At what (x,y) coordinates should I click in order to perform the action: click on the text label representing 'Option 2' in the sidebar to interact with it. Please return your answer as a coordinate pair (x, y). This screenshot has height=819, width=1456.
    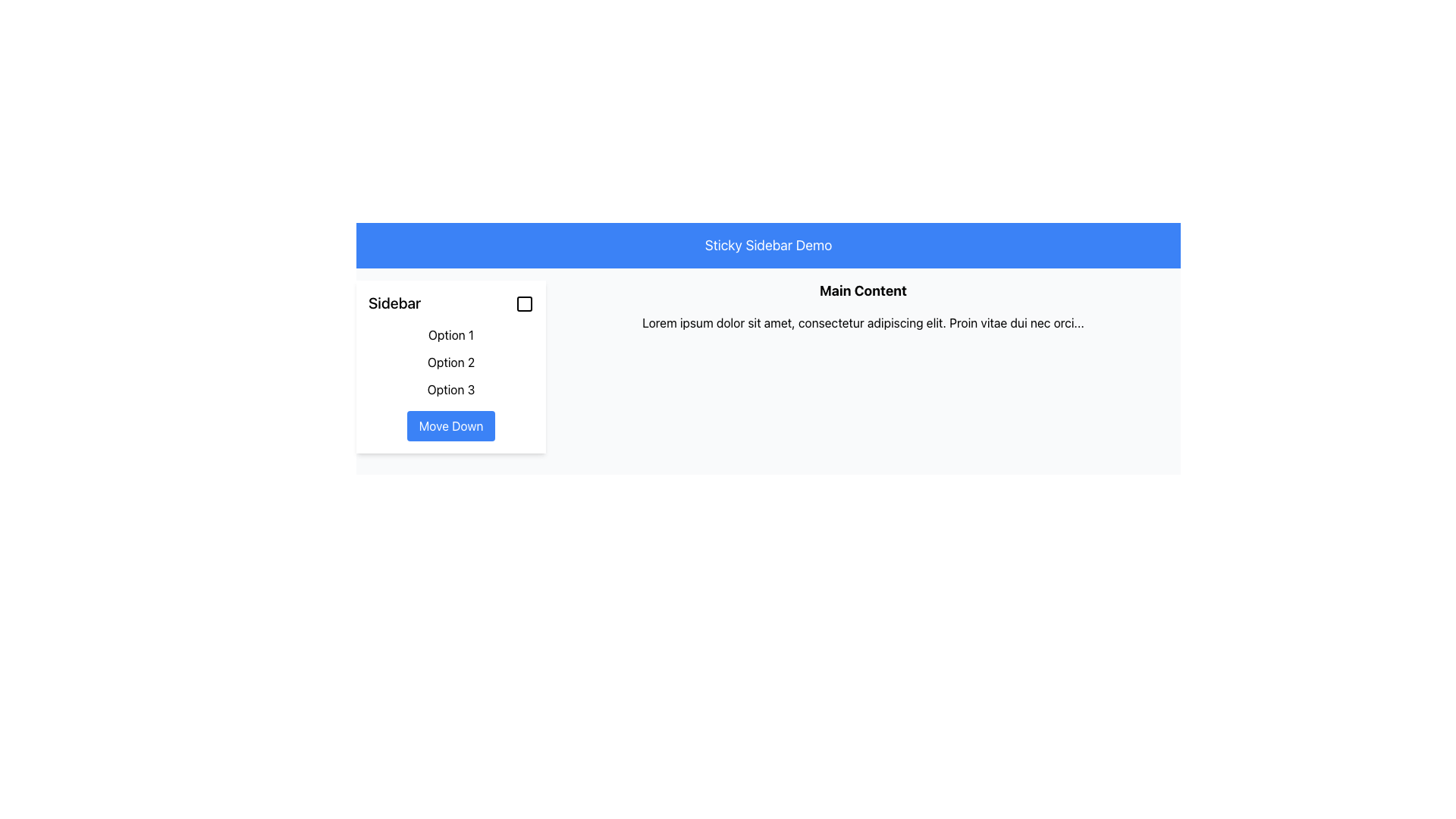
    Looking at the image, I should click on (450, 362).